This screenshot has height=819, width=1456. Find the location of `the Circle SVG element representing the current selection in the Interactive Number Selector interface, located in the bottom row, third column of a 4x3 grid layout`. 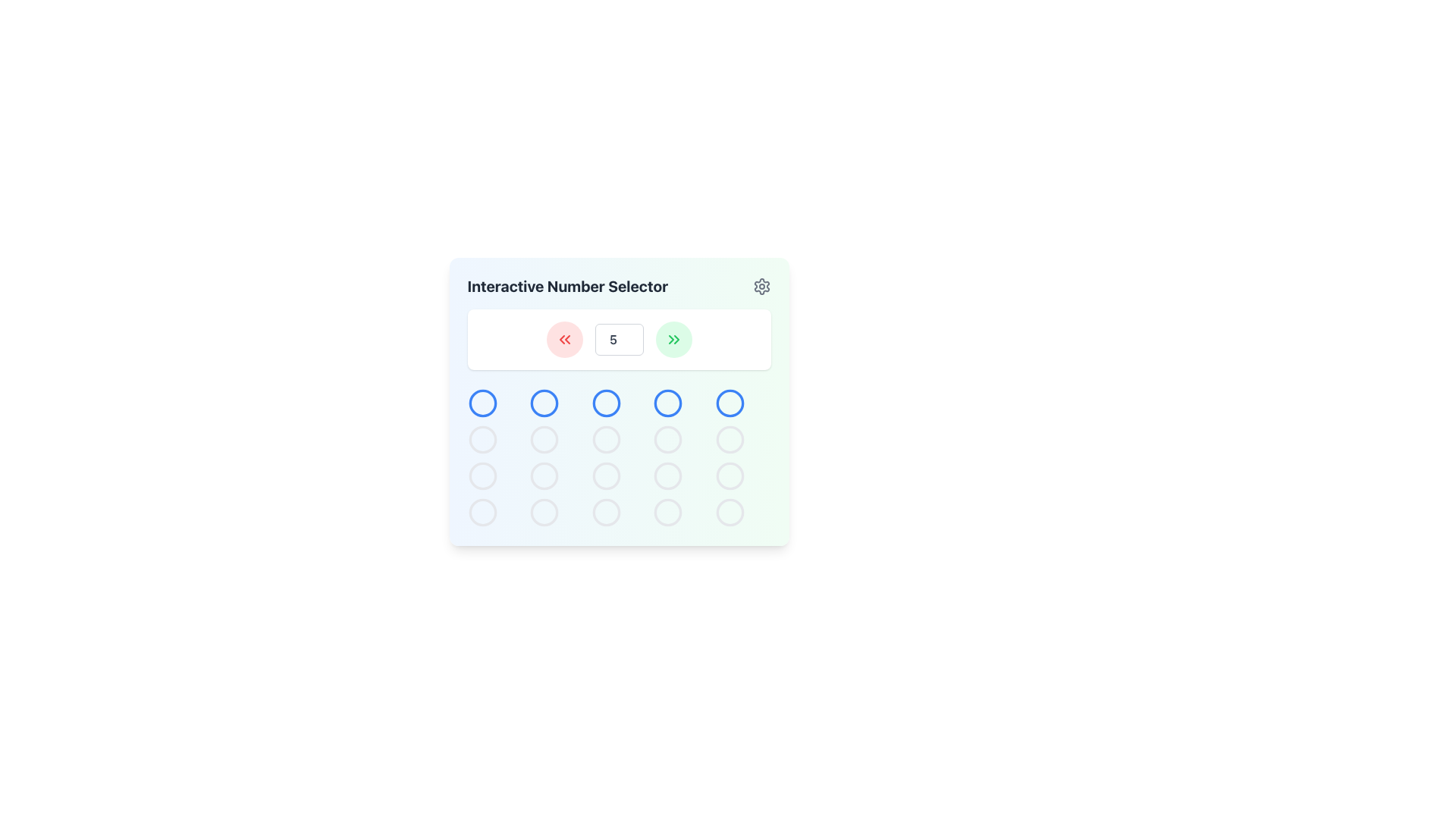

the Circle SVG element representing the current selection in the Interactive Number Selector interface, located in the bottom row, third column of a 4x3 grid layout is located at coordinates (605, 475).